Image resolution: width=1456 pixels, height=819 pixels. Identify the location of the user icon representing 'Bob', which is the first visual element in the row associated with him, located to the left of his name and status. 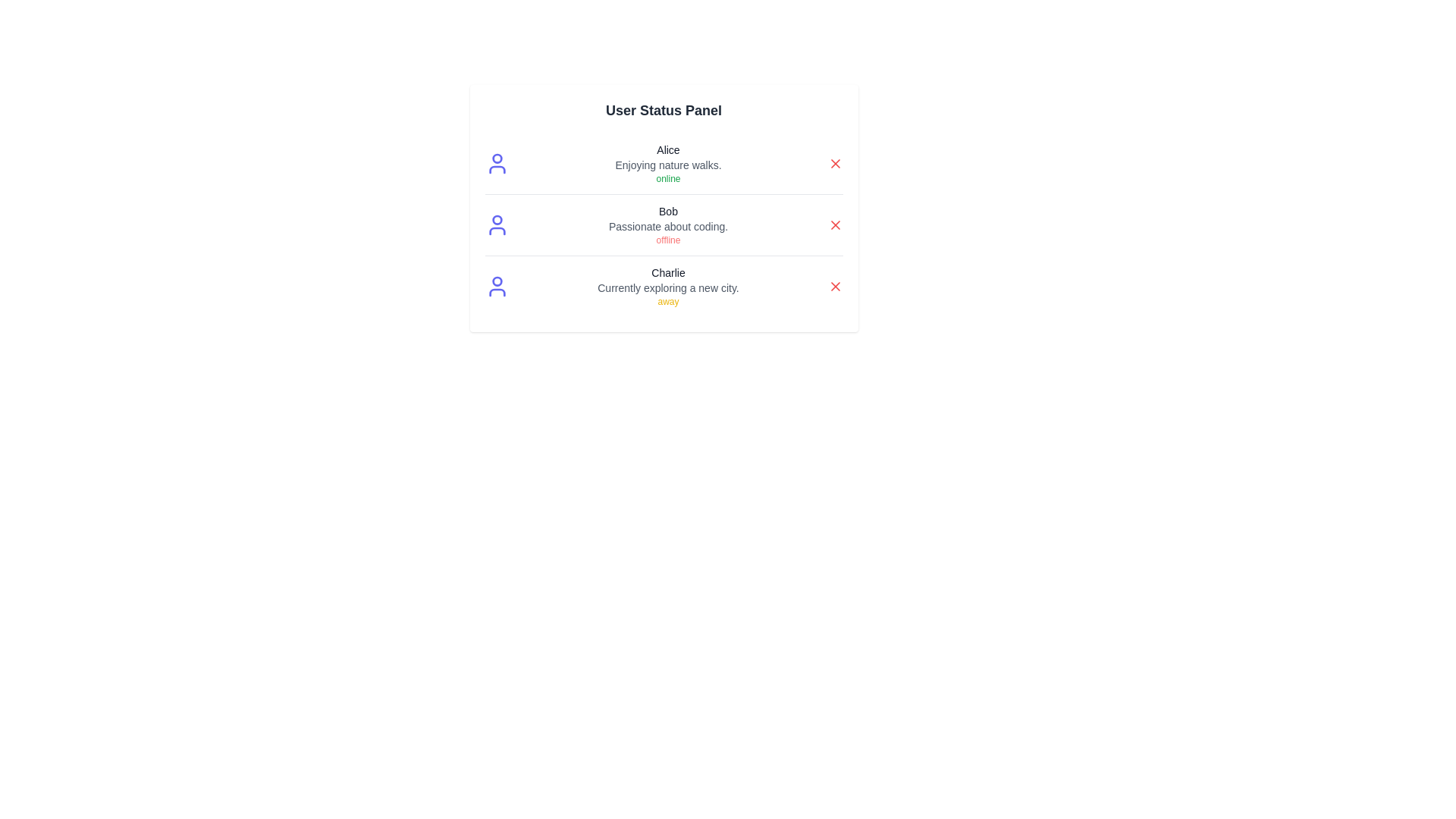
(497, 225).